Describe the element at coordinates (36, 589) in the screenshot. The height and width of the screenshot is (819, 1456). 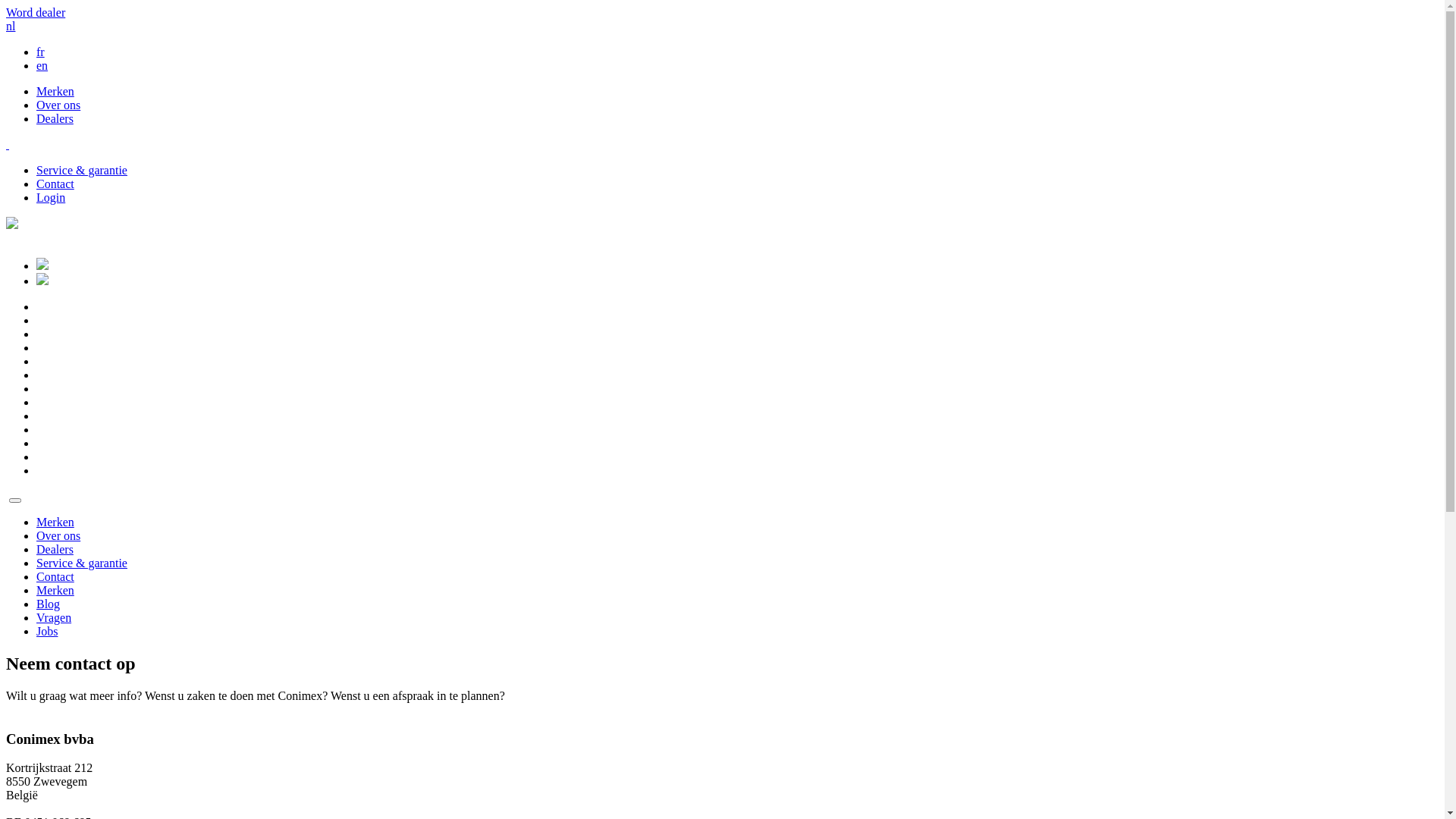
I see `'Merken'` at that location.